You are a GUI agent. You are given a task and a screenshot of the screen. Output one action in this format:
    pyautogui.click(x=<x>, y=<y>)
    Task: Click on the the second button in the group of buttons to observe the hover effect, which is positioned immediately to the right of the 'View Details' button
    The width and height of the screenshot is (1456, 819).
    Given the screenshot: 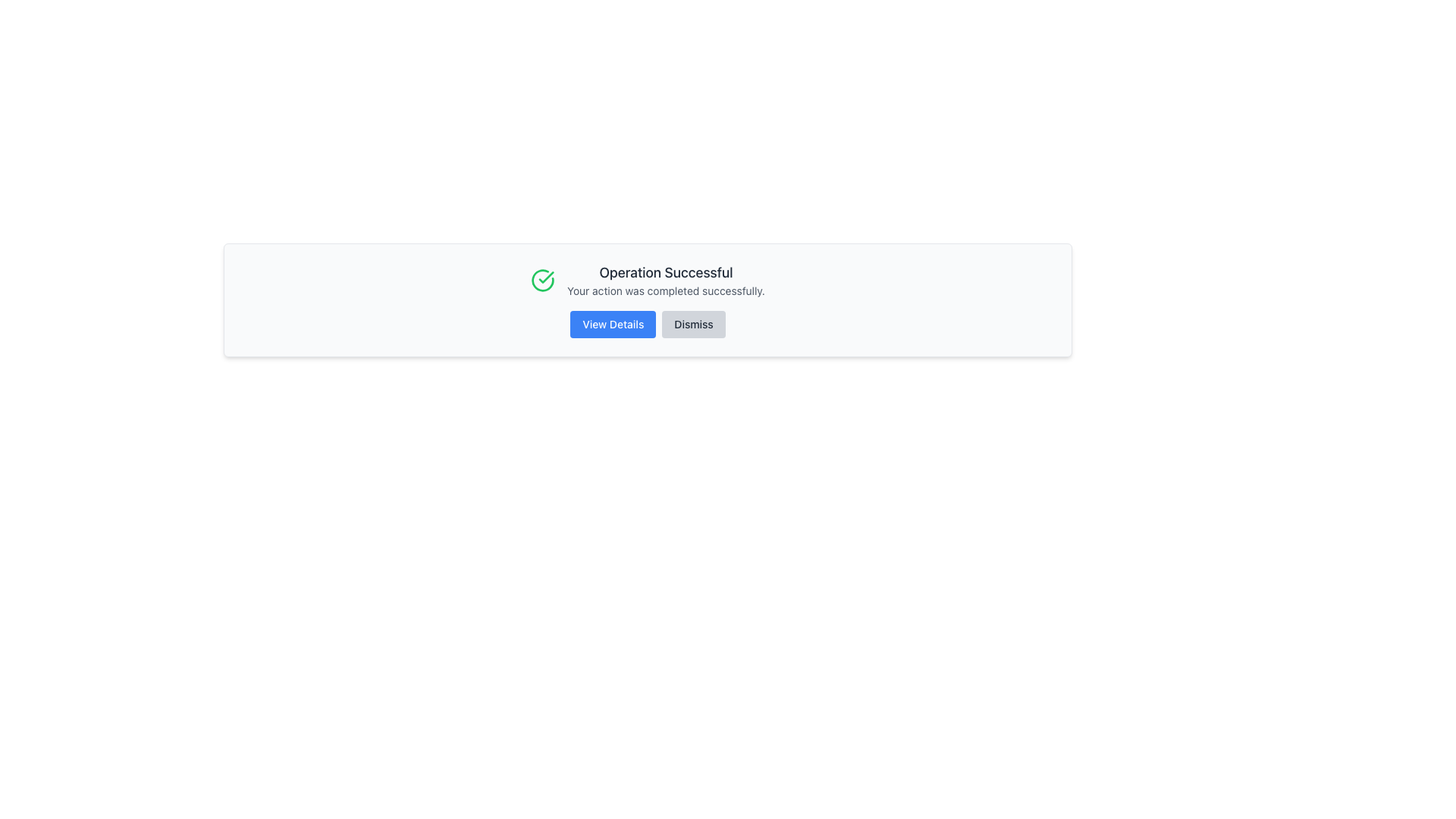 What is the action you would take?
    pyautogui.click(x=693, y=324)
    